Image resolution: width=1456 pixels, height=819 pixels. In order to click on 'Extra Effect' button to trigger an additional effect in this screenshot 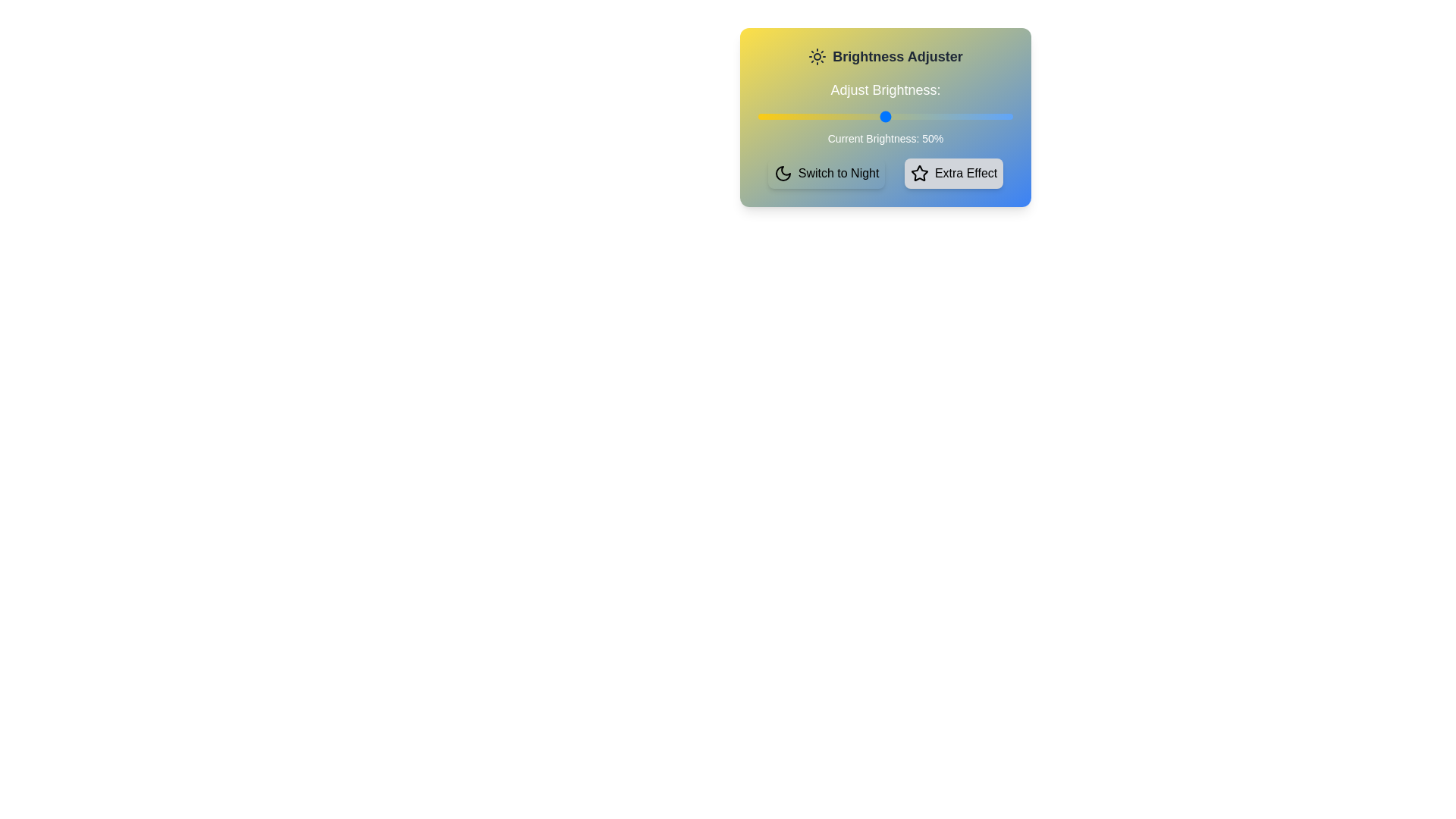, I will do `click(952, 172)`.